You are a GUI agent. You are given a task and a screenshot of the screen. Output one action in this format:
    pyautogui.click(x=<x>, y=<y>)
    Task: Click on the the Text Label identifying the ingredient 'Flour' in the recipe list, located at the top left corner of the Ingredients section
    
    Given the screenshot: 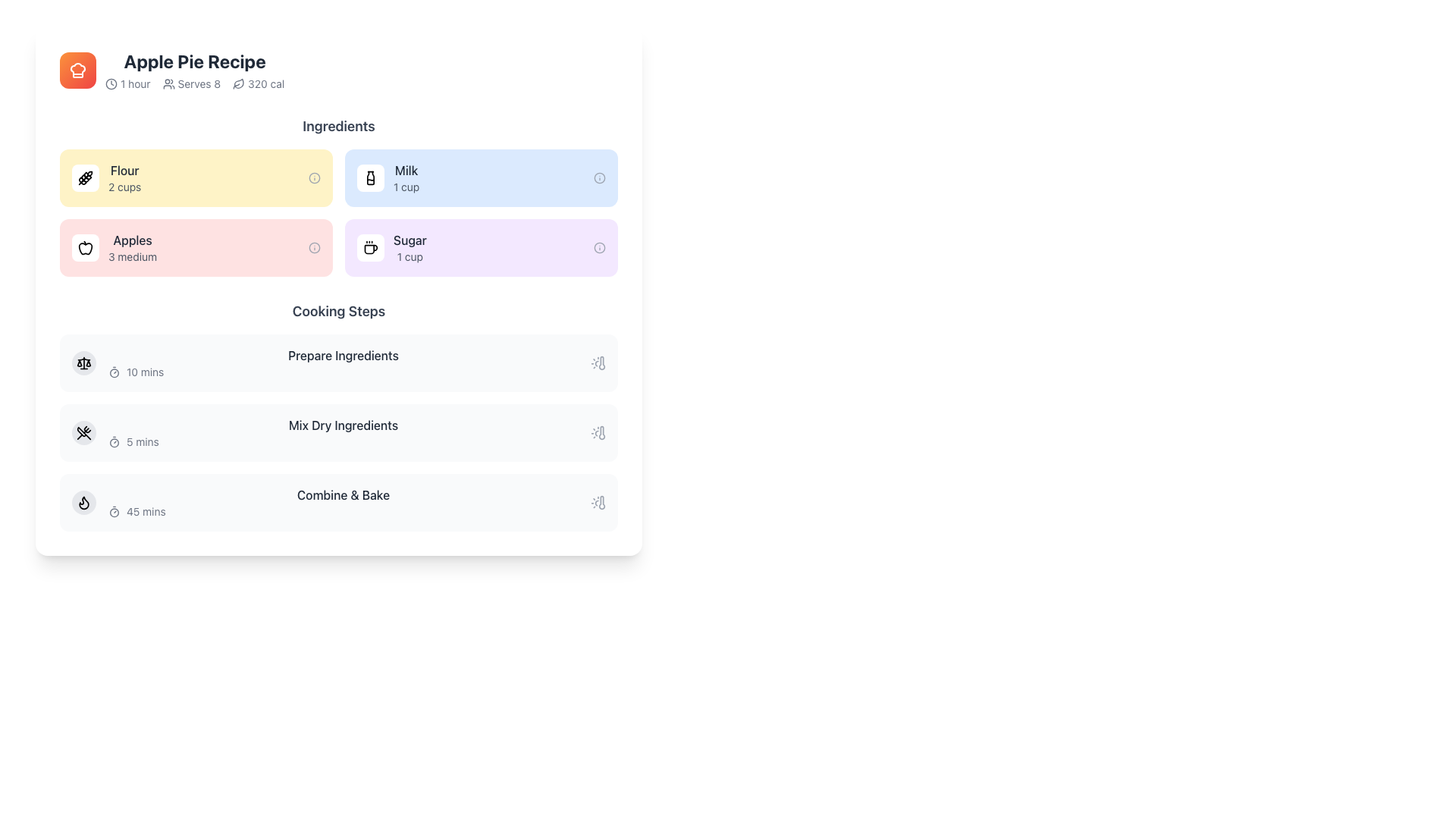 What is the action you would take?
    pyautogui.click(x=124, y=170)
    